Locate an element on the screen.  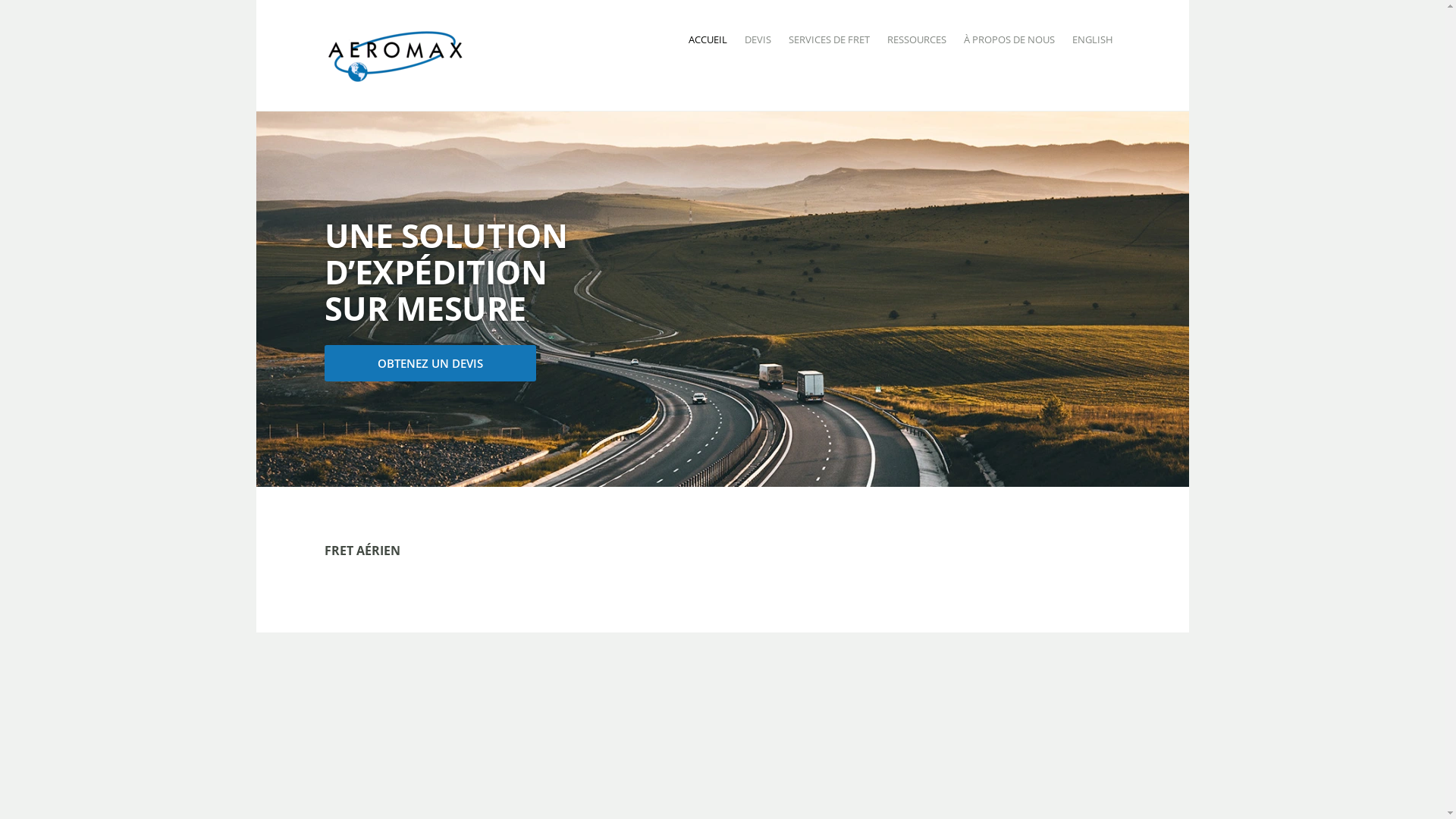
'OBTENEZ UN DEVIS' is located at coordinates (429, 362).